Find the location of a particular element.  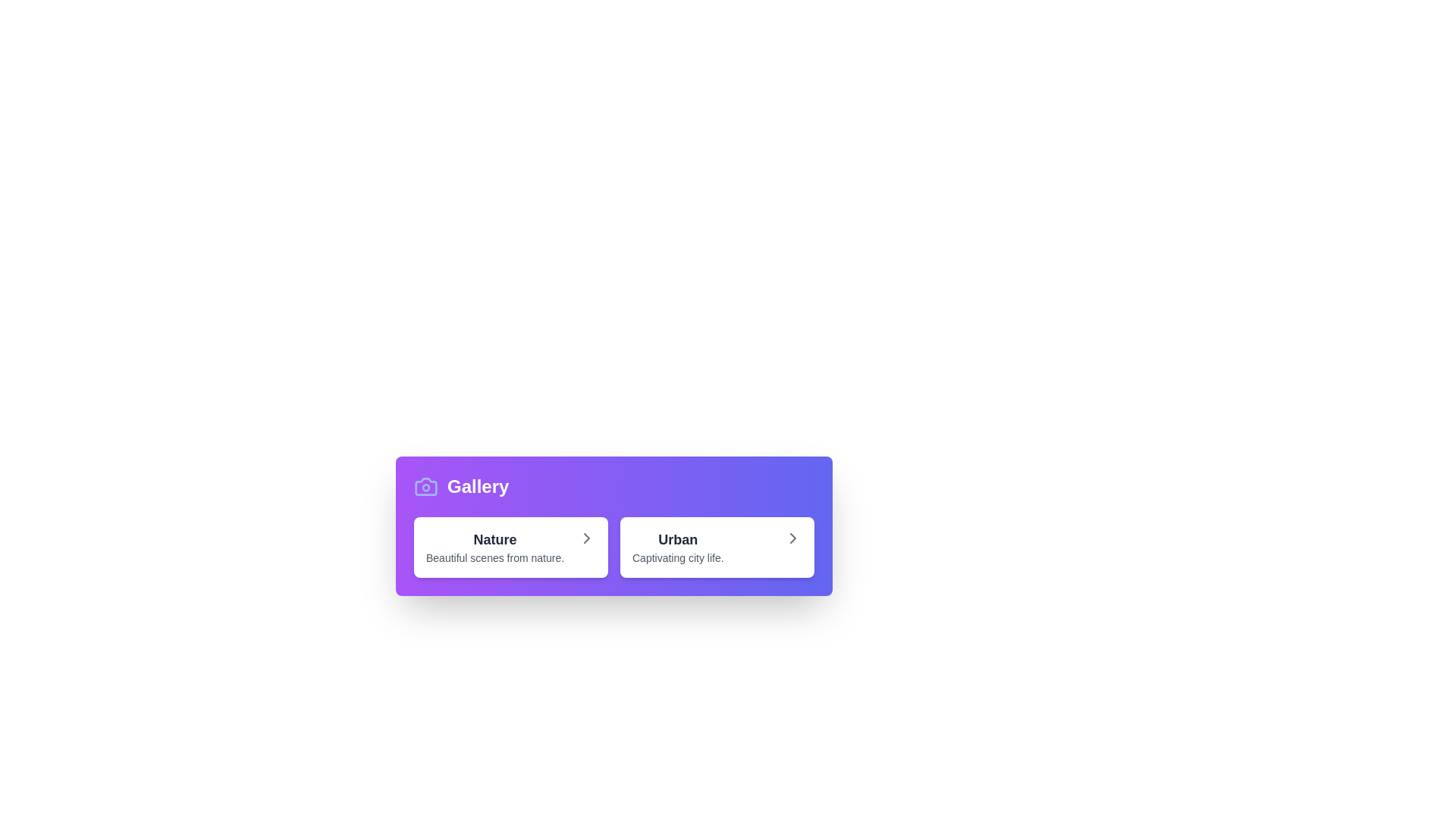

the chevron icon located on the far right end of the 'Urban' button within the purple 'Gallery' section is located at coordinates (792, 537).